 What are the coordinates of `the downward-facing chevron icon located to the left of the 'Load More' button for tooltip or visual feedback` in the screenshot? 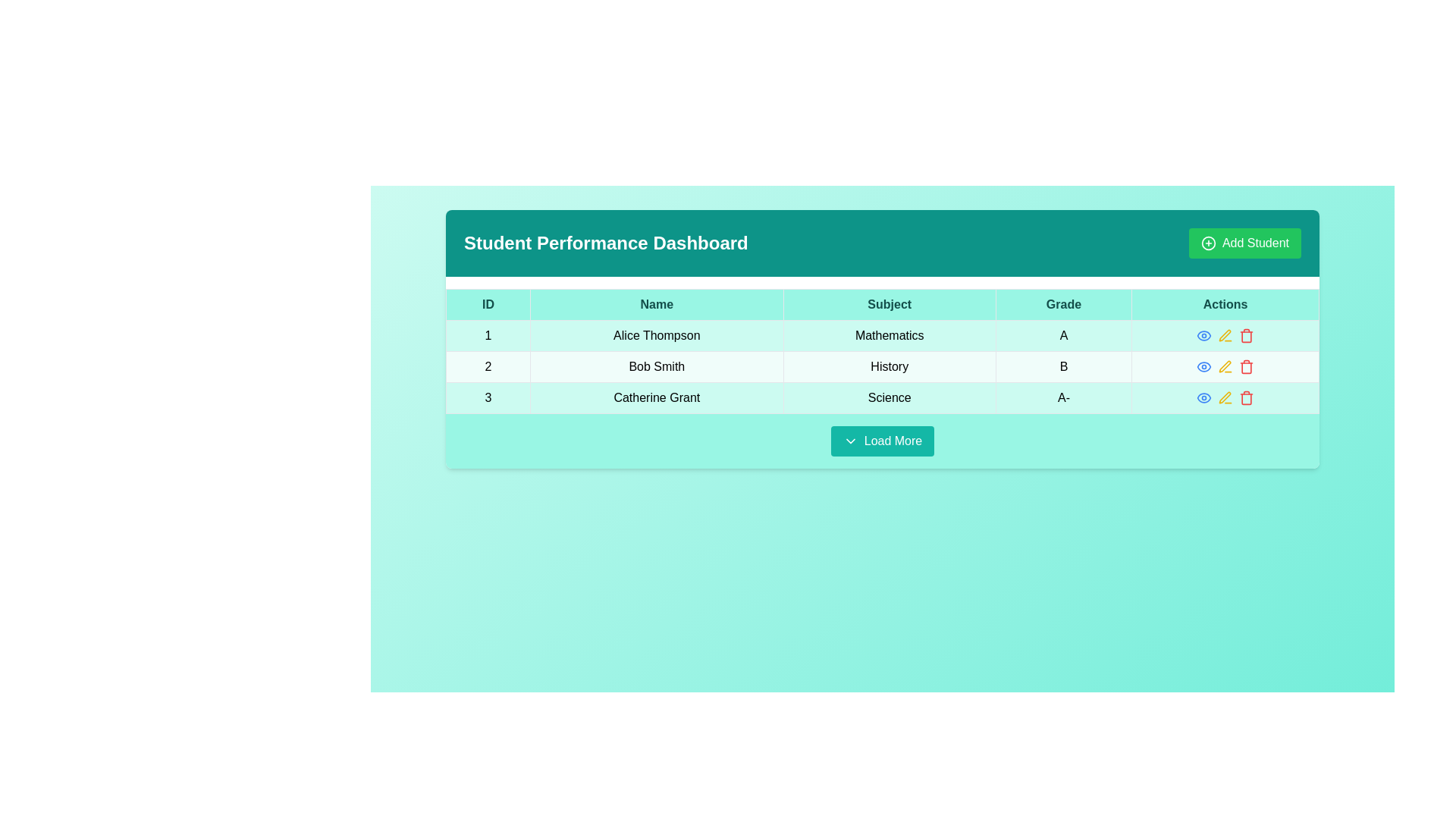 It's located at (850, 441).